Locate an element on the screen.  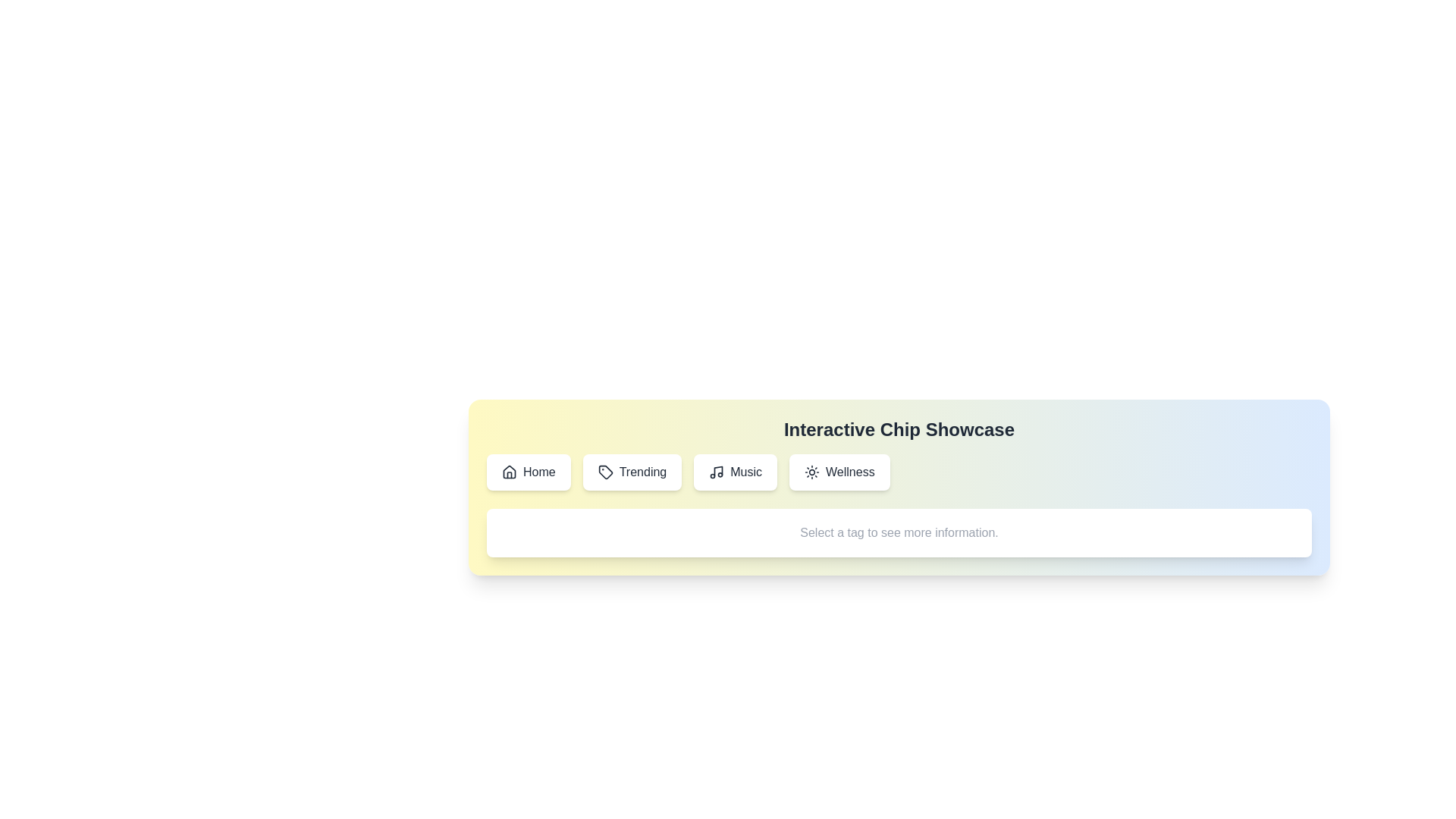
the chip labeled Wellness to observe its hover effect is located at coordinates (839, 472).